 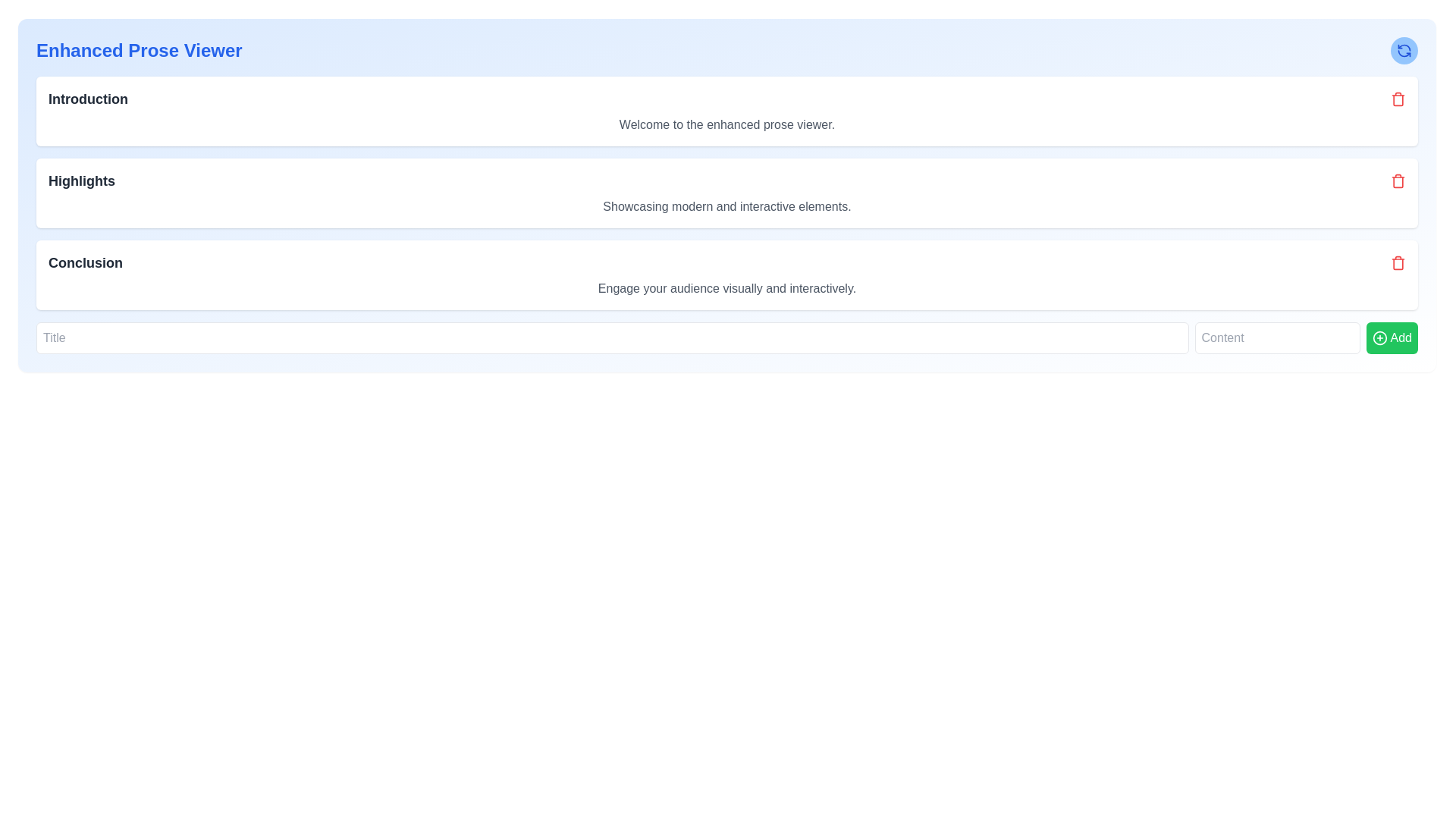 I want to click on the text label 'Introduction', which is bold, dark gray, and larger than nearby elements, located at the top of the content list, so click(x=87, y=99).